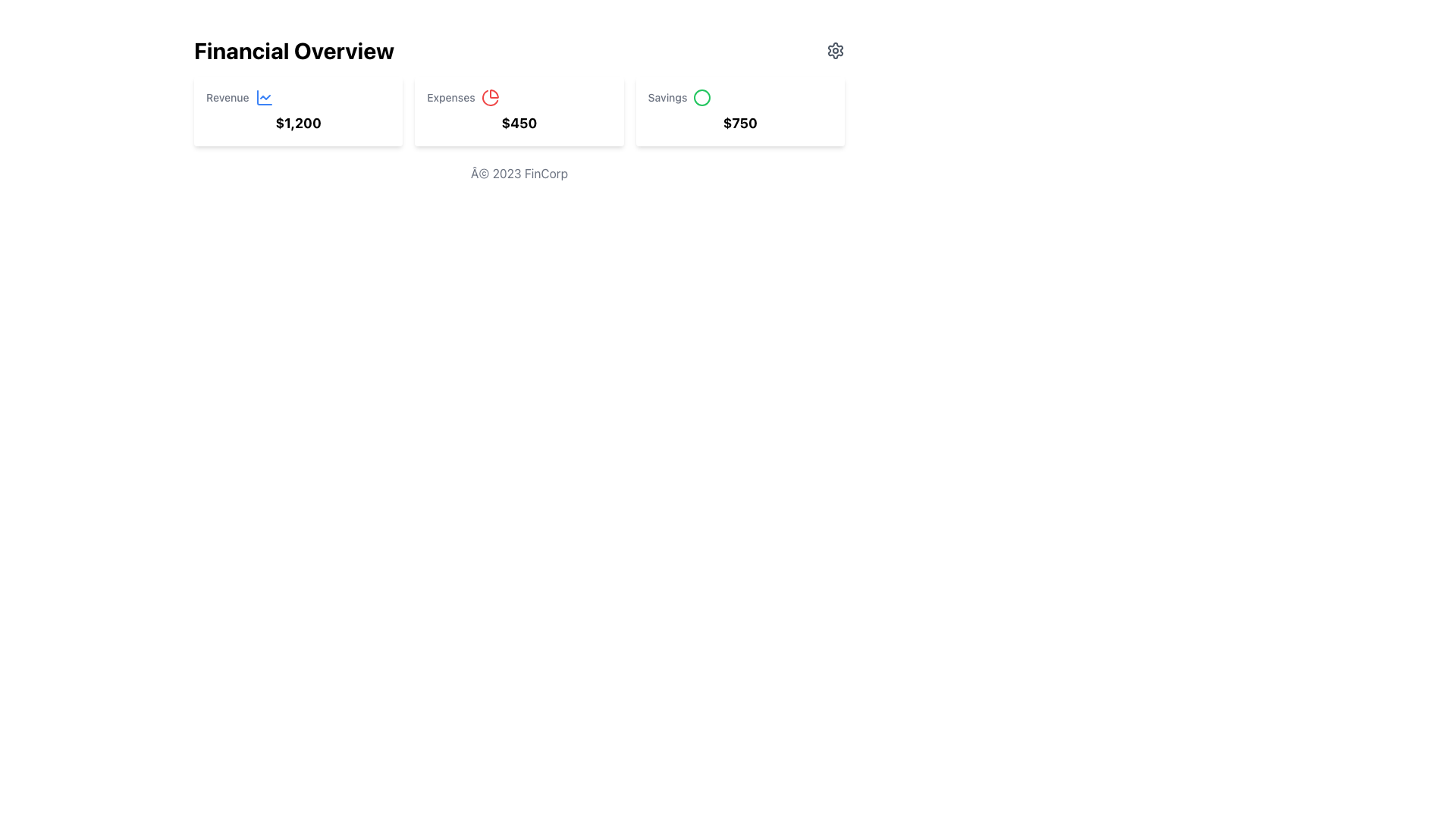 The image size is (1456, 819). Describe the element at coordinates (519, 122) in the screenshot. I see `the numerical value text label indicating an expense amount, which is the second text item below the title 'Expenses' and to the right of a pie chart icon` at that location.